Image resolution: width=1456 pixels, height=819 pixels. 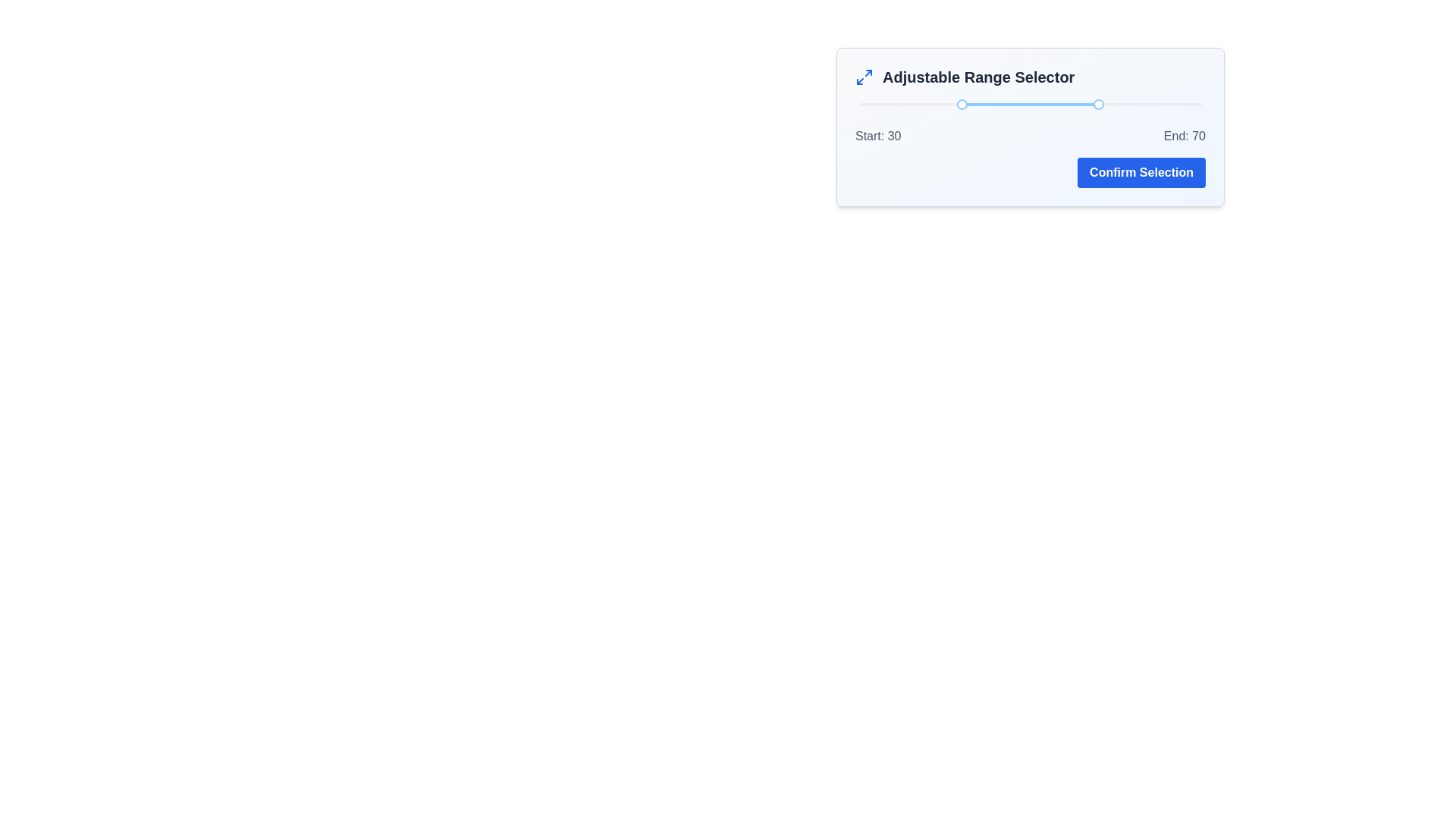 What do you see at coordinates (1124, 104) in the screenshot?
I see `the slider` at bounding box center [1124, 104].